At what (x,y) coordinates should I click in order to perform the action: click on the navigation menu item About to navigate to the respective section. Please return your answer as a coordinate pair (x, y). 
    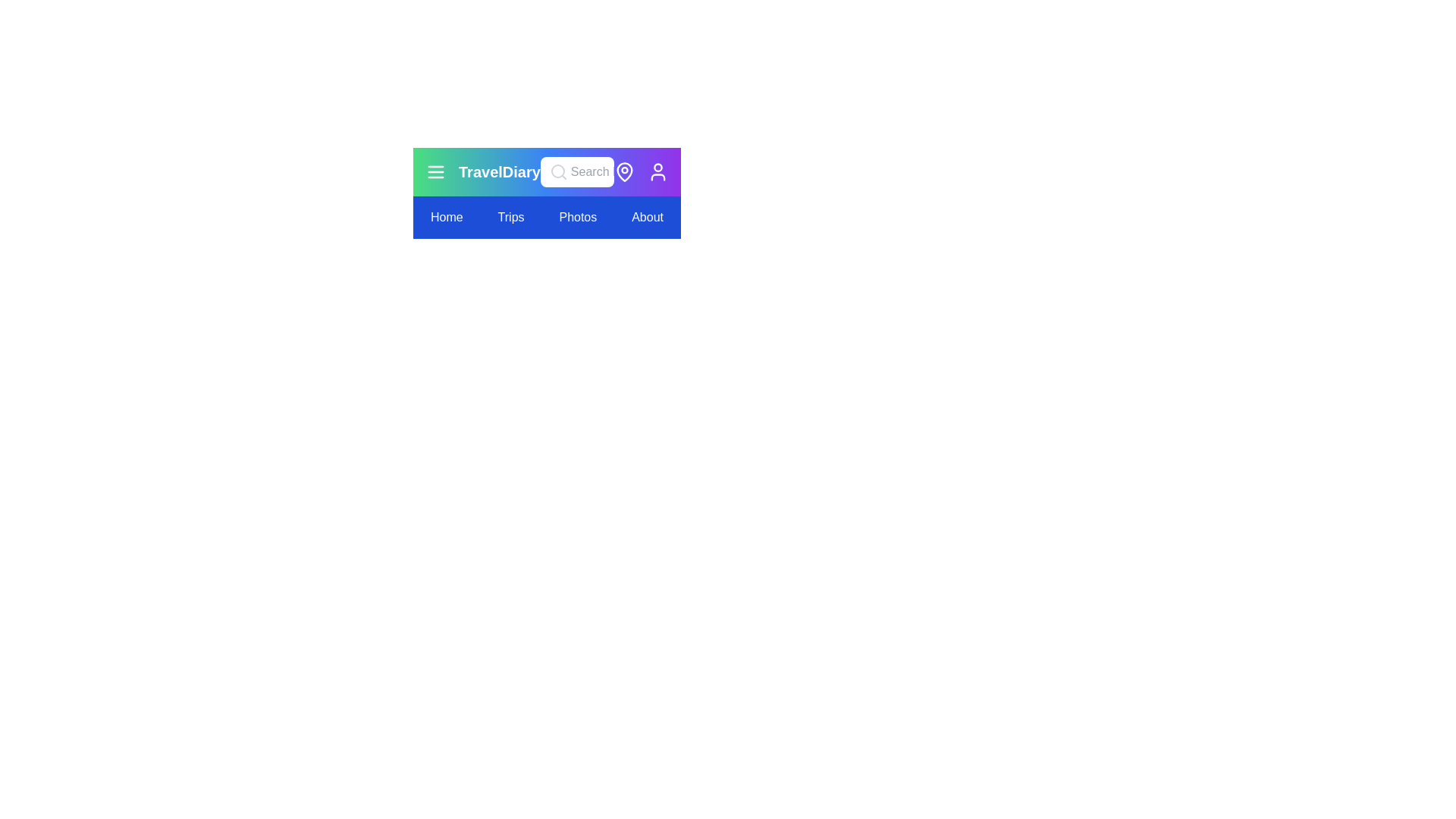
    Looking at the image, I should click on (648, 217).